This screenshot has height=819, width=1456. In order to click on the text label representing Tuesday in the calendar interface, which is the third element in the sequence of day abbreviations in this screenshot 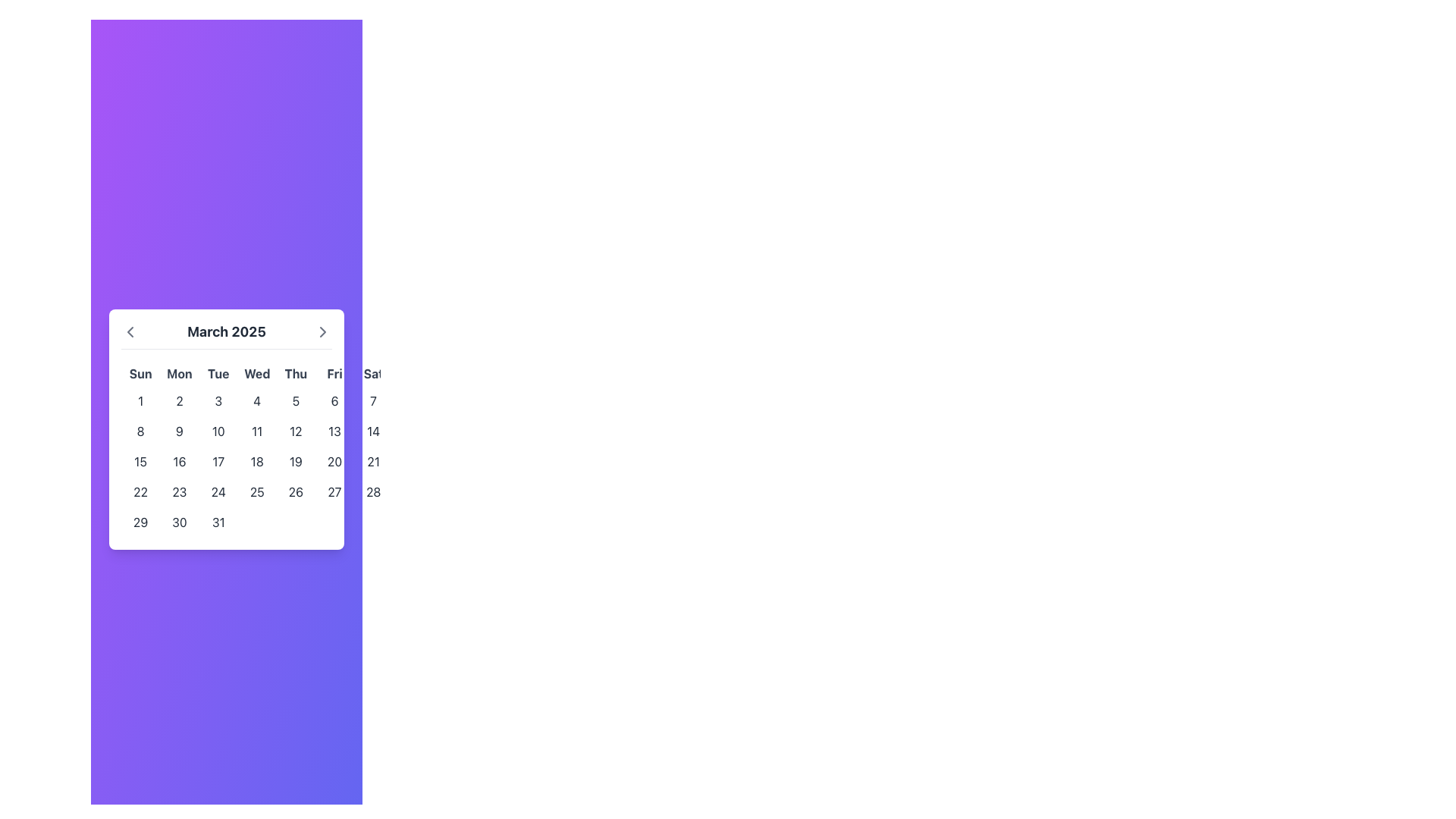, I will do `click(218, 373)`.